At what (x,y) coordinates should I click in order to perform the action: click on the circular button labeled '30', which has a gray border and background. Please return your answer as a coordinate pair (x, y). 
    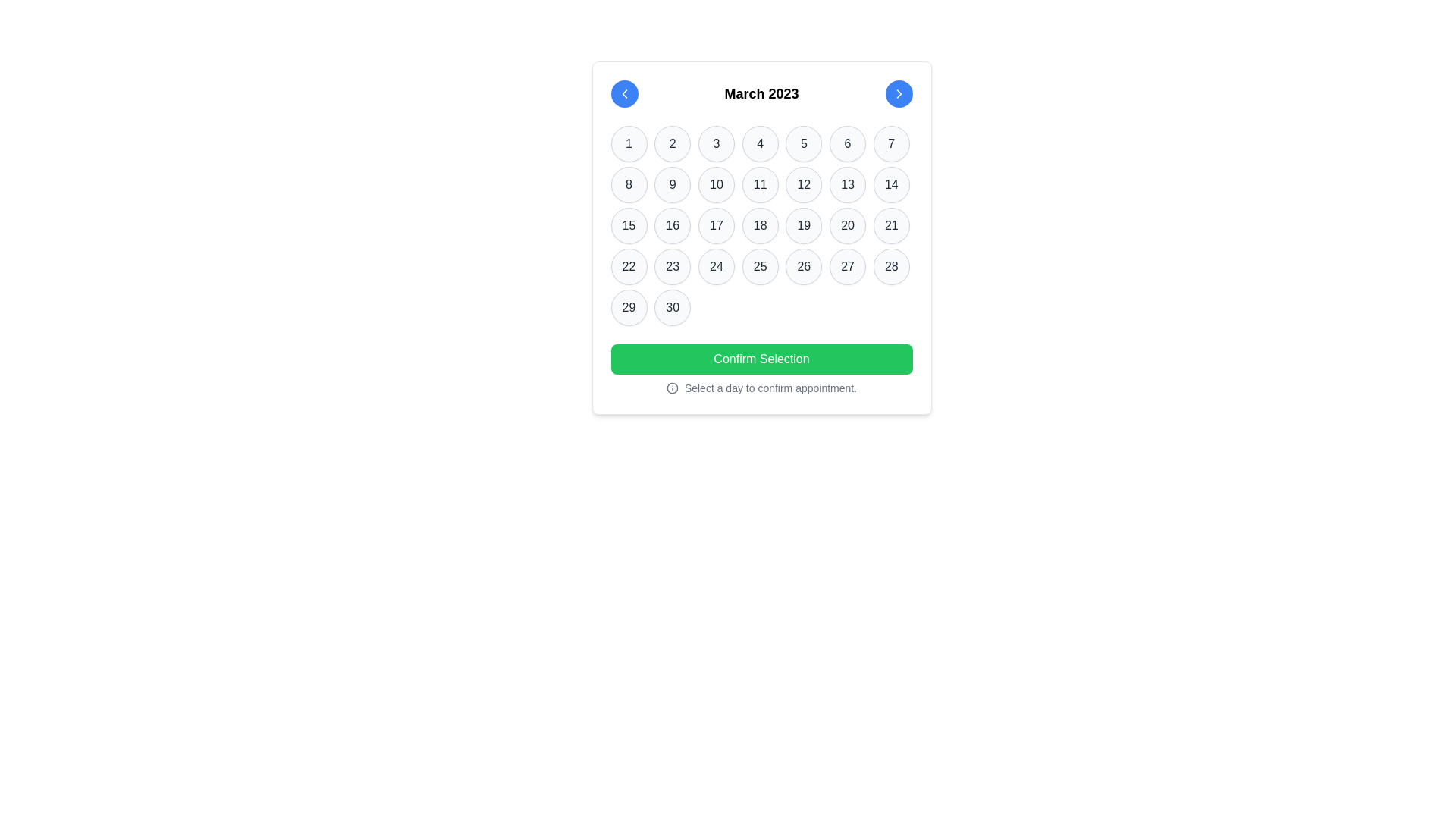
    Looking at the image, I should click on (672, 307).